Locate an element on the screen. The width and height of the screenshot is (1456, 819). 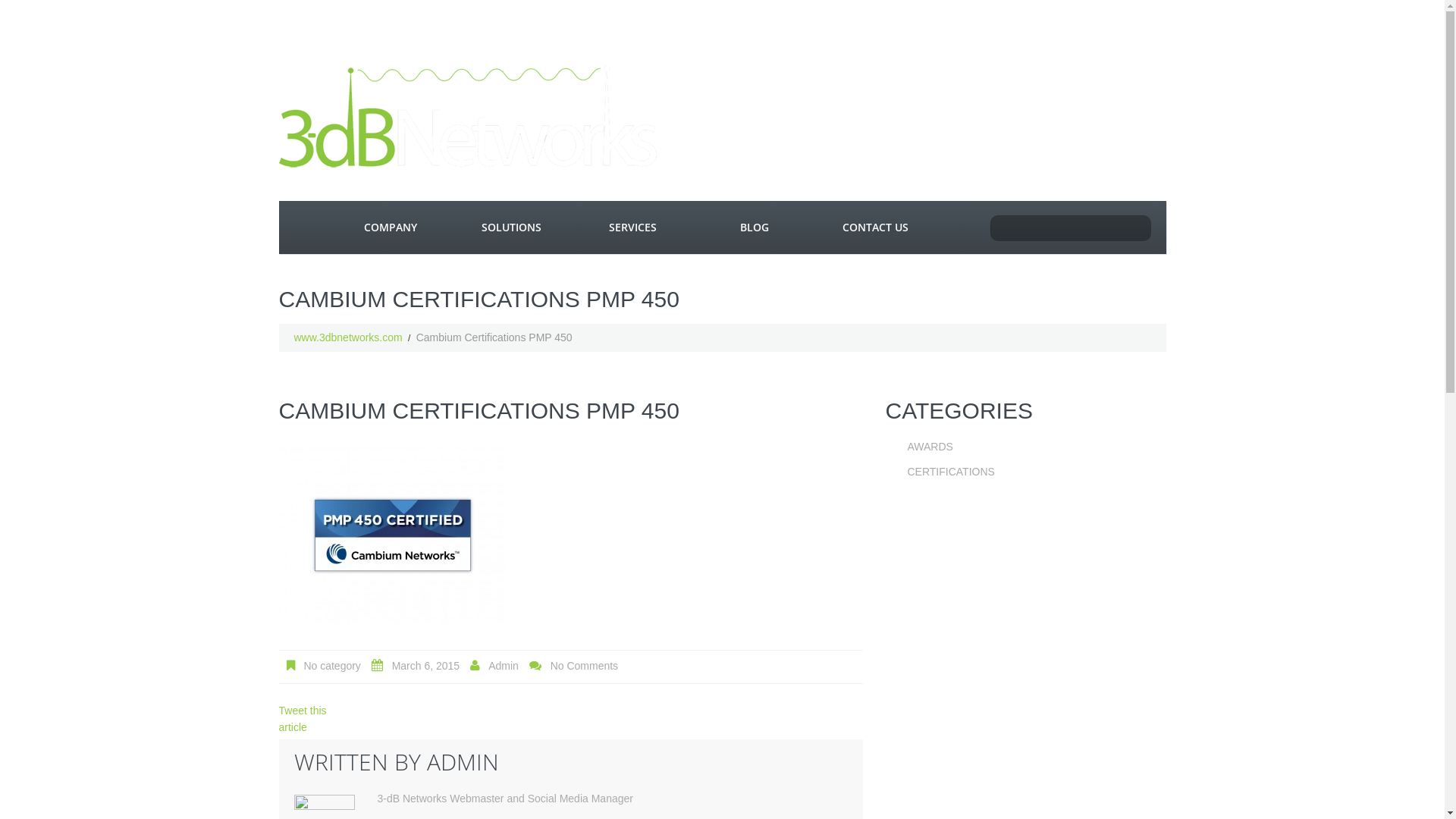
'COMPANY' is located at coordinates (390, 227).